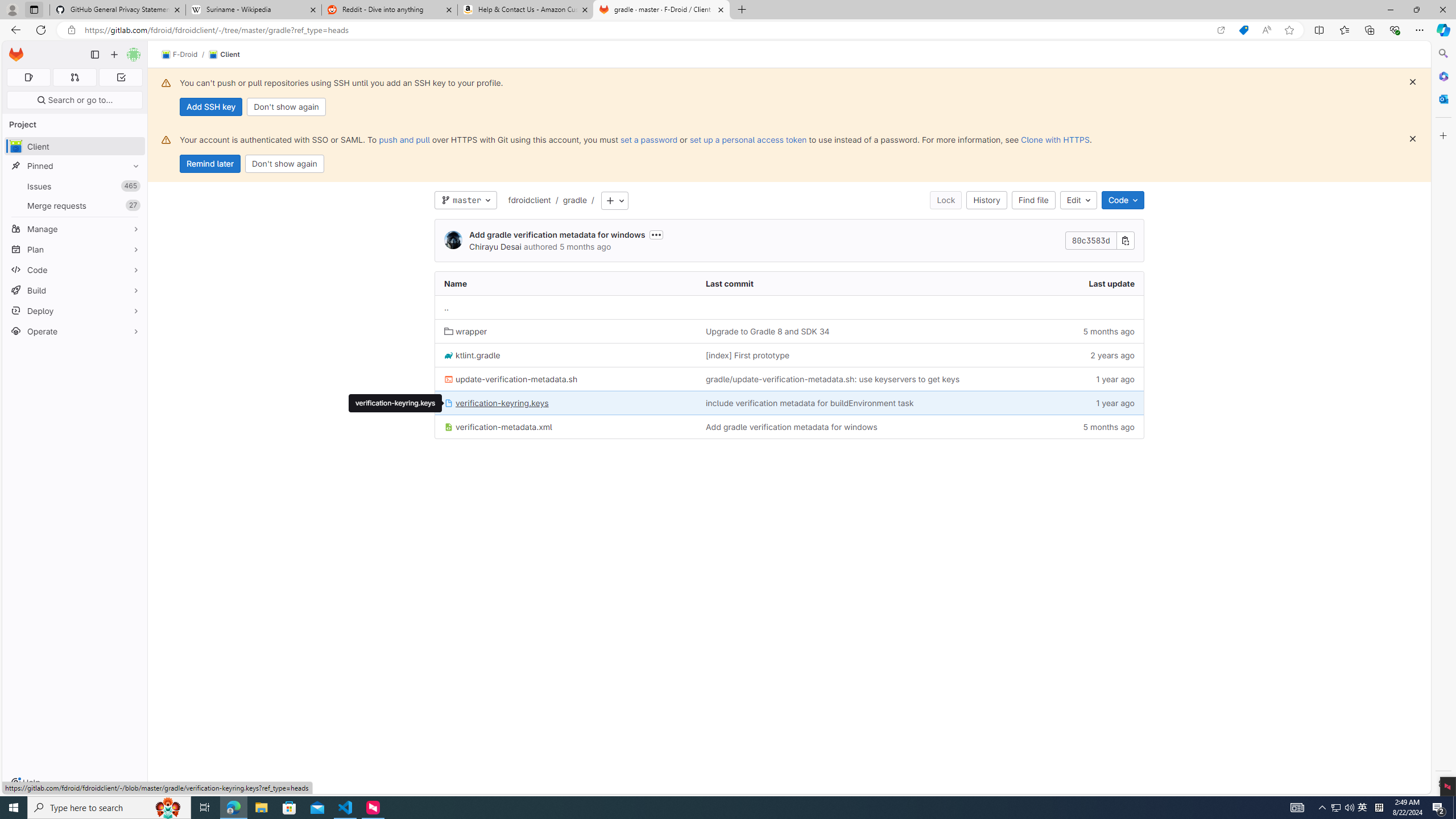  I want to click on 'Primary navigation sidebar', so click(94, 54).